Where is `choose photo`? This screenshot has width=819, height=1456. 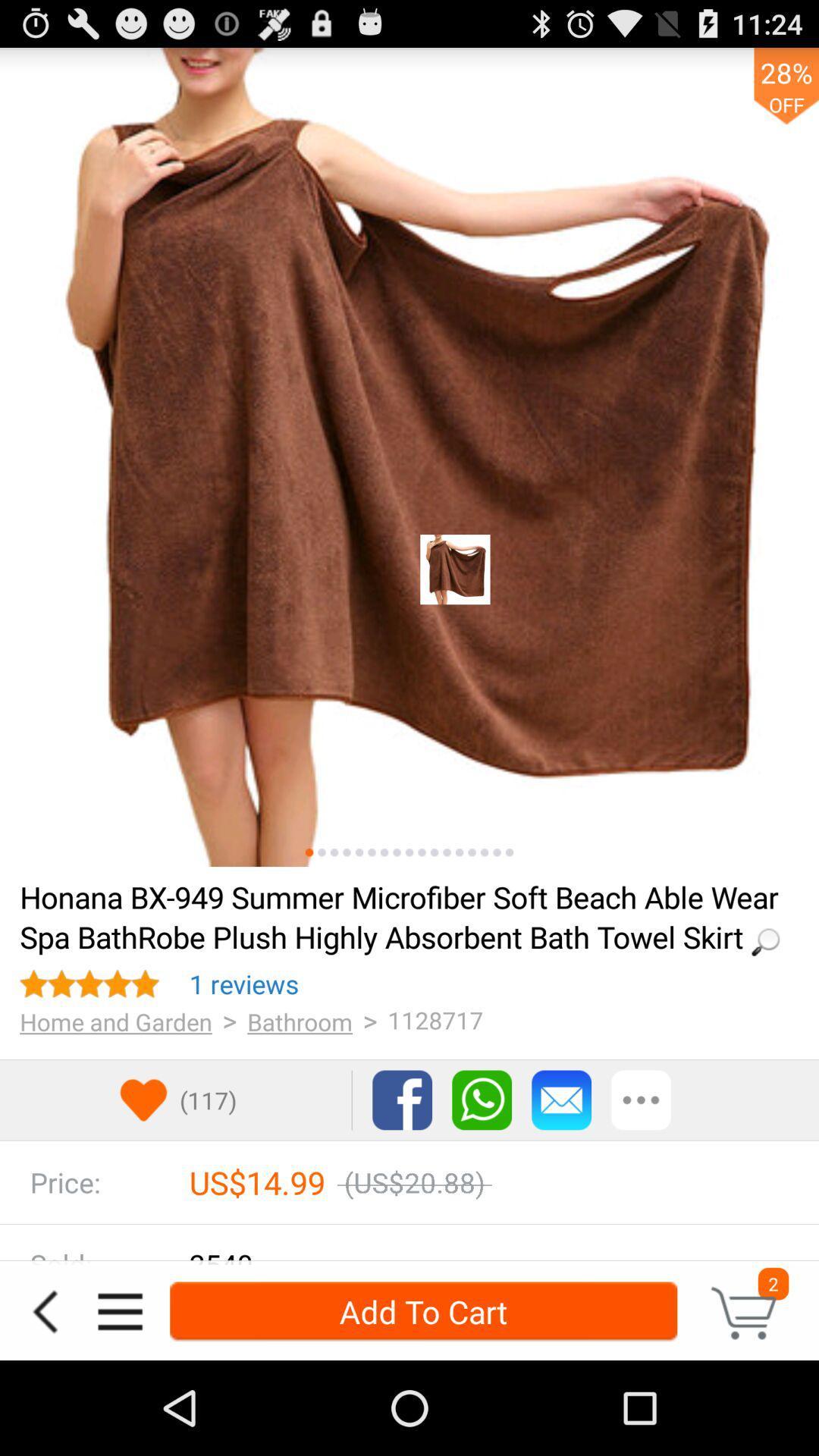
choose photo is located at coordinates (396, 852).